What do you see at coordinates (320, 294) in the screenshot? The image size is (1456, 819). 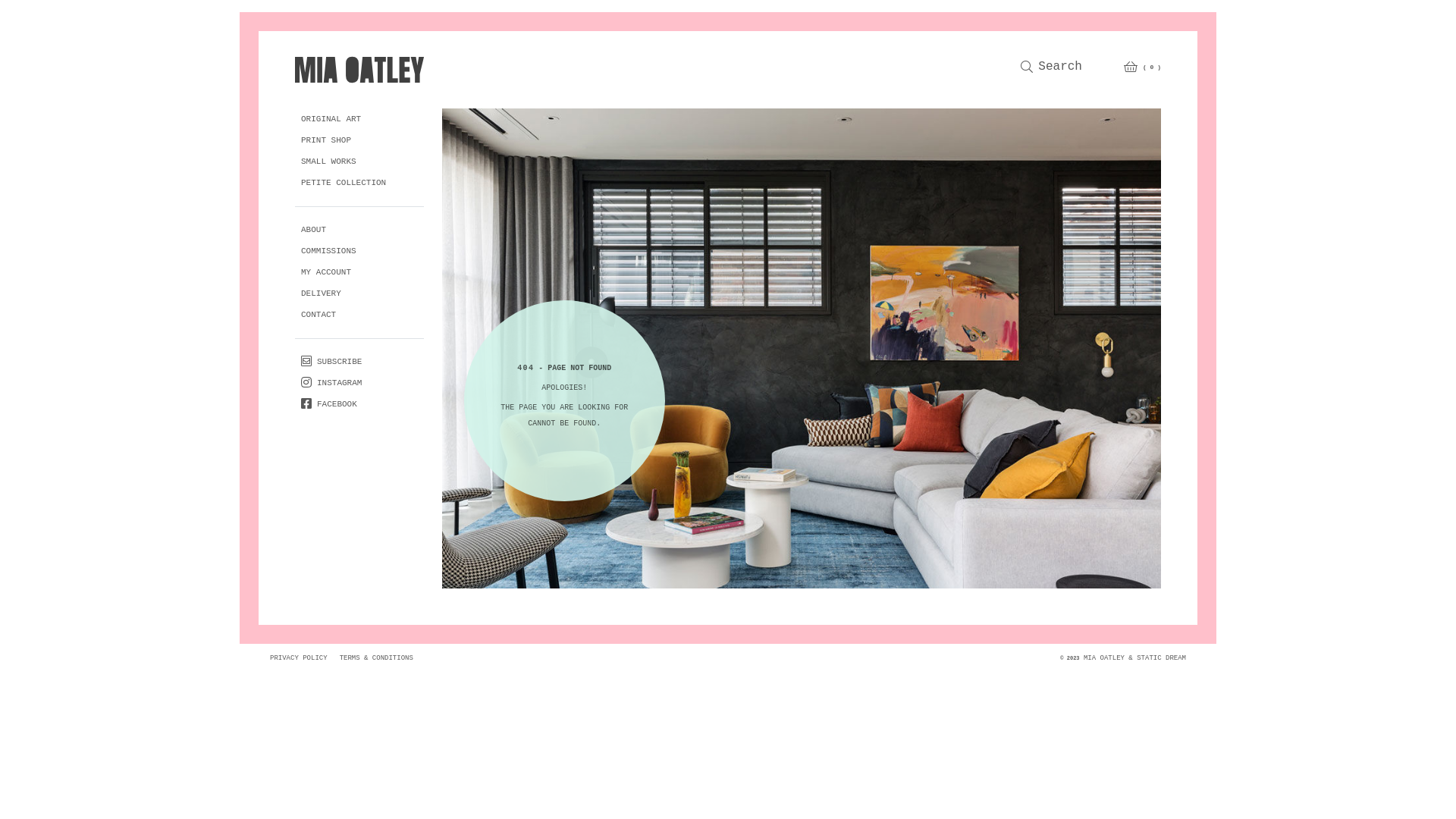 I see `'Delivery'` at bounding box center [320, 294].